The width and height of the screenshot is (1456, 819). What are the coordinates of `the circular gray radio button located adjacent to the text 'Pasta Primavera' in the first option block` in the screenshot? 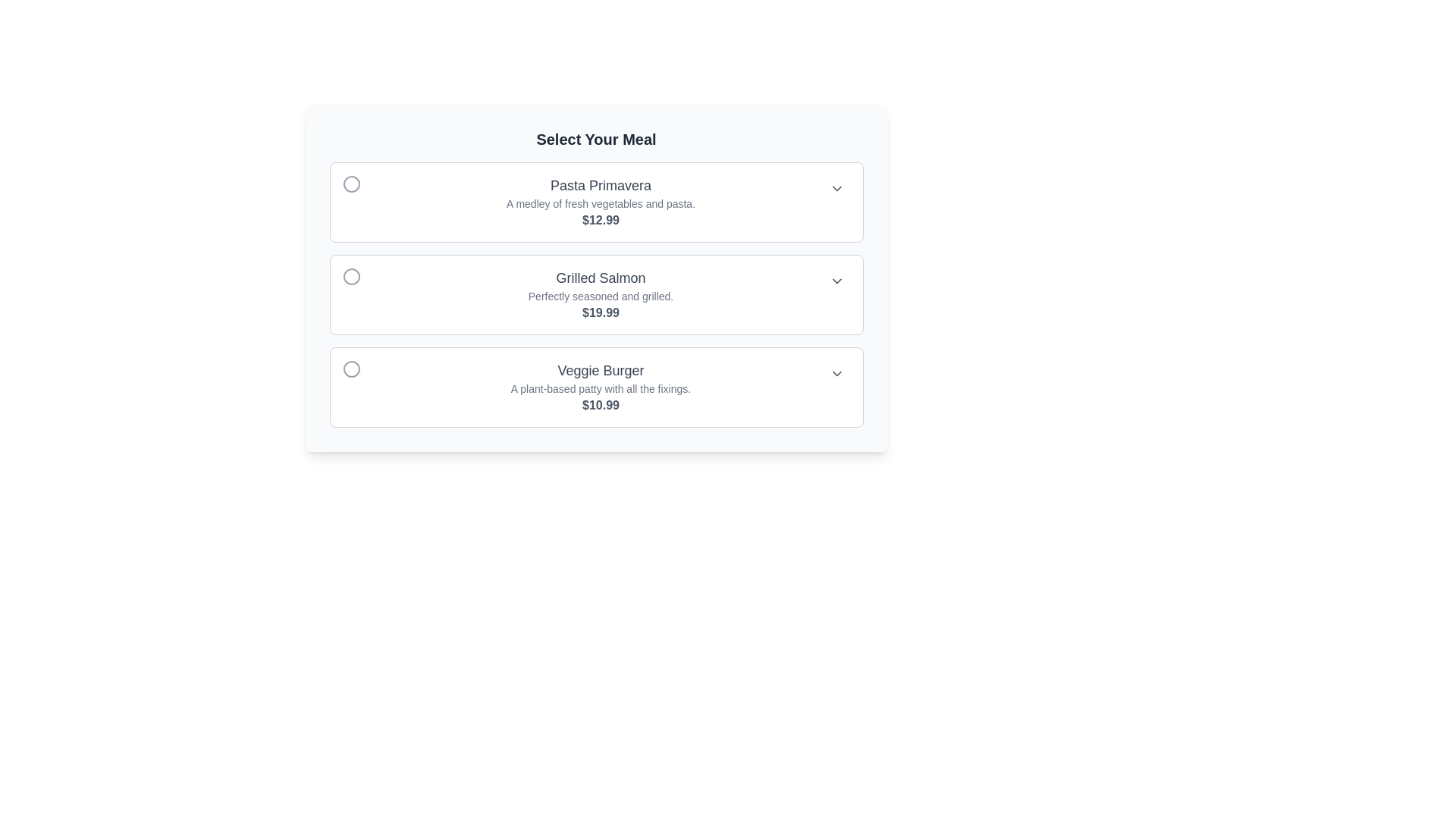 It's located at (350, 184).